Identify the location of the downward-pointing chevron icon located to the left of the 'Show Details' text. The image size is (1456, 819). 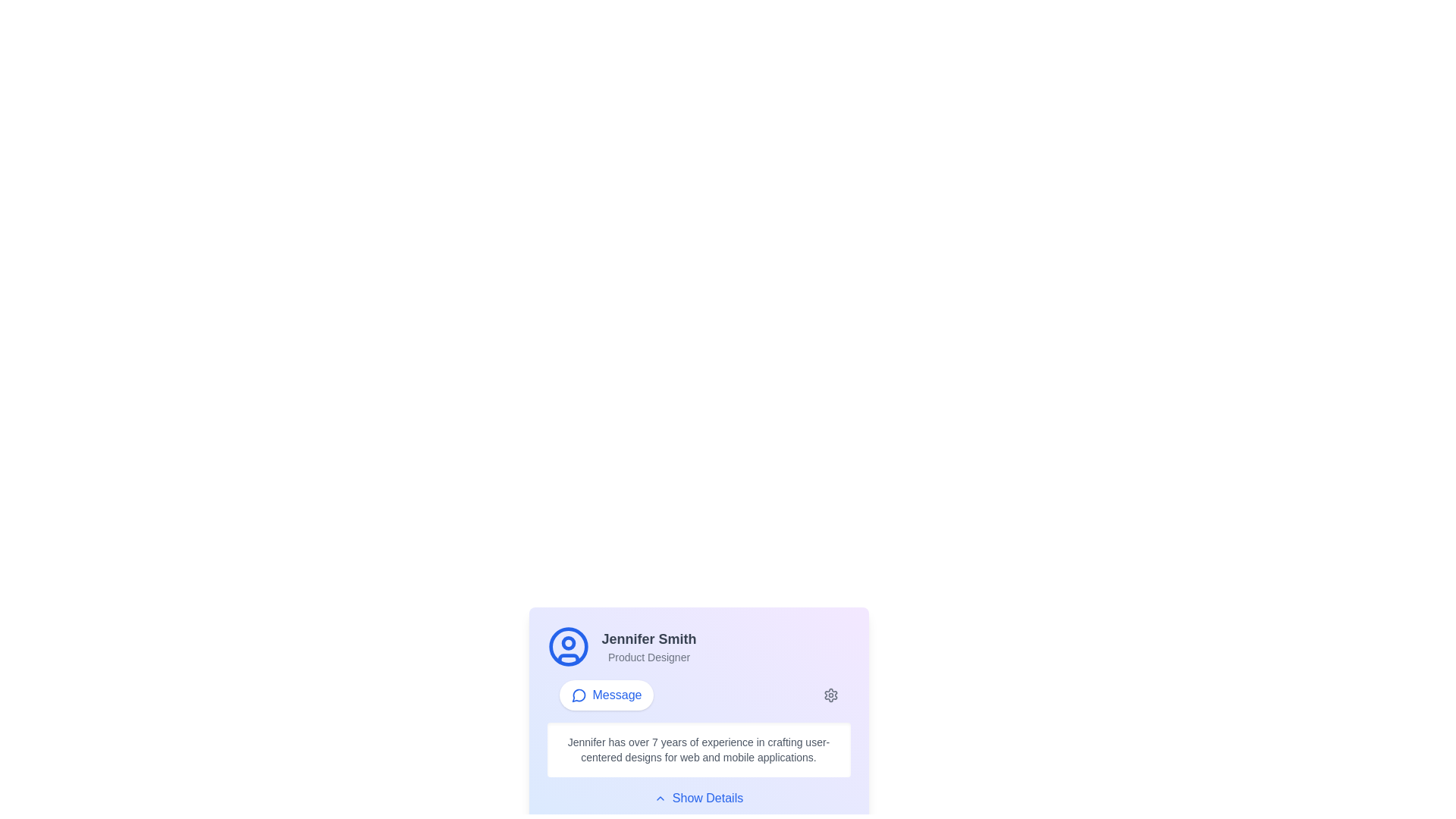
(660, 798).